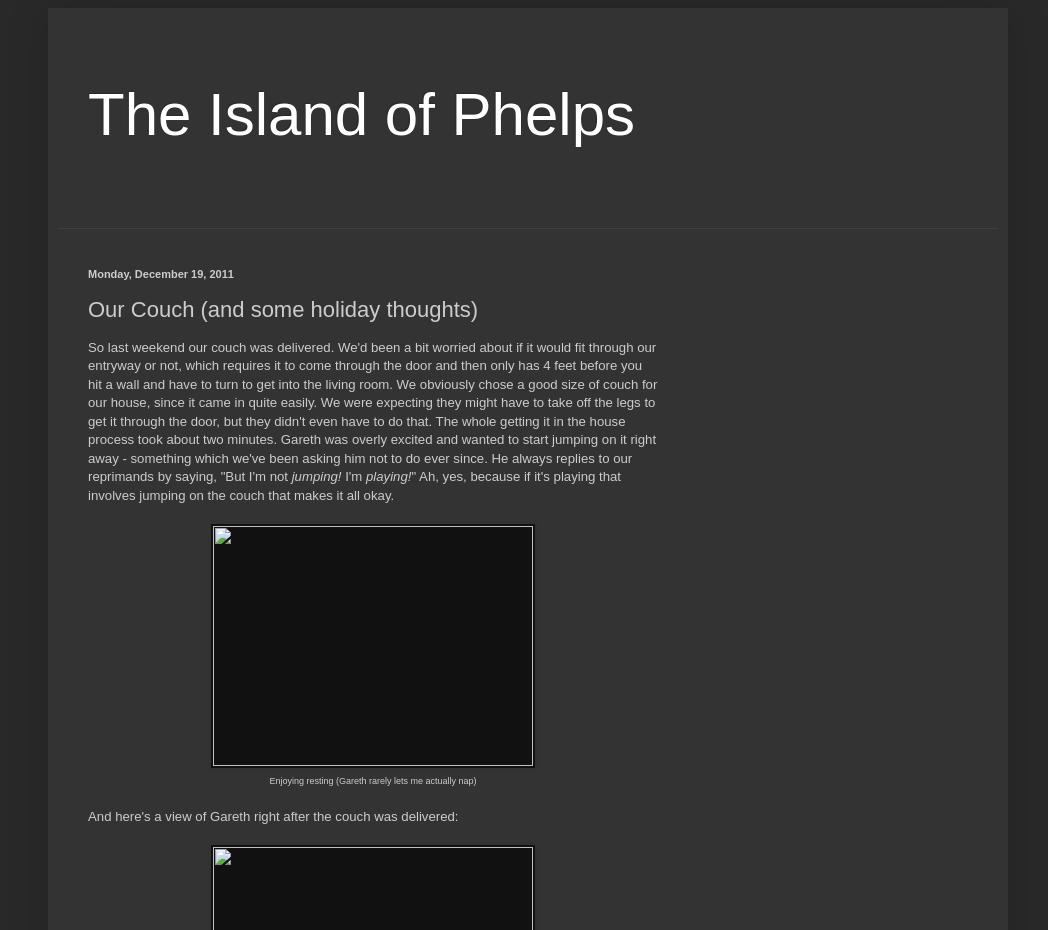 The height and width of the screenshot is (930, 1048). Describe the element at coordinates (281, 308) in the screenshot. I see `'Our Couch (and some holiday thoughts)'` at that location.